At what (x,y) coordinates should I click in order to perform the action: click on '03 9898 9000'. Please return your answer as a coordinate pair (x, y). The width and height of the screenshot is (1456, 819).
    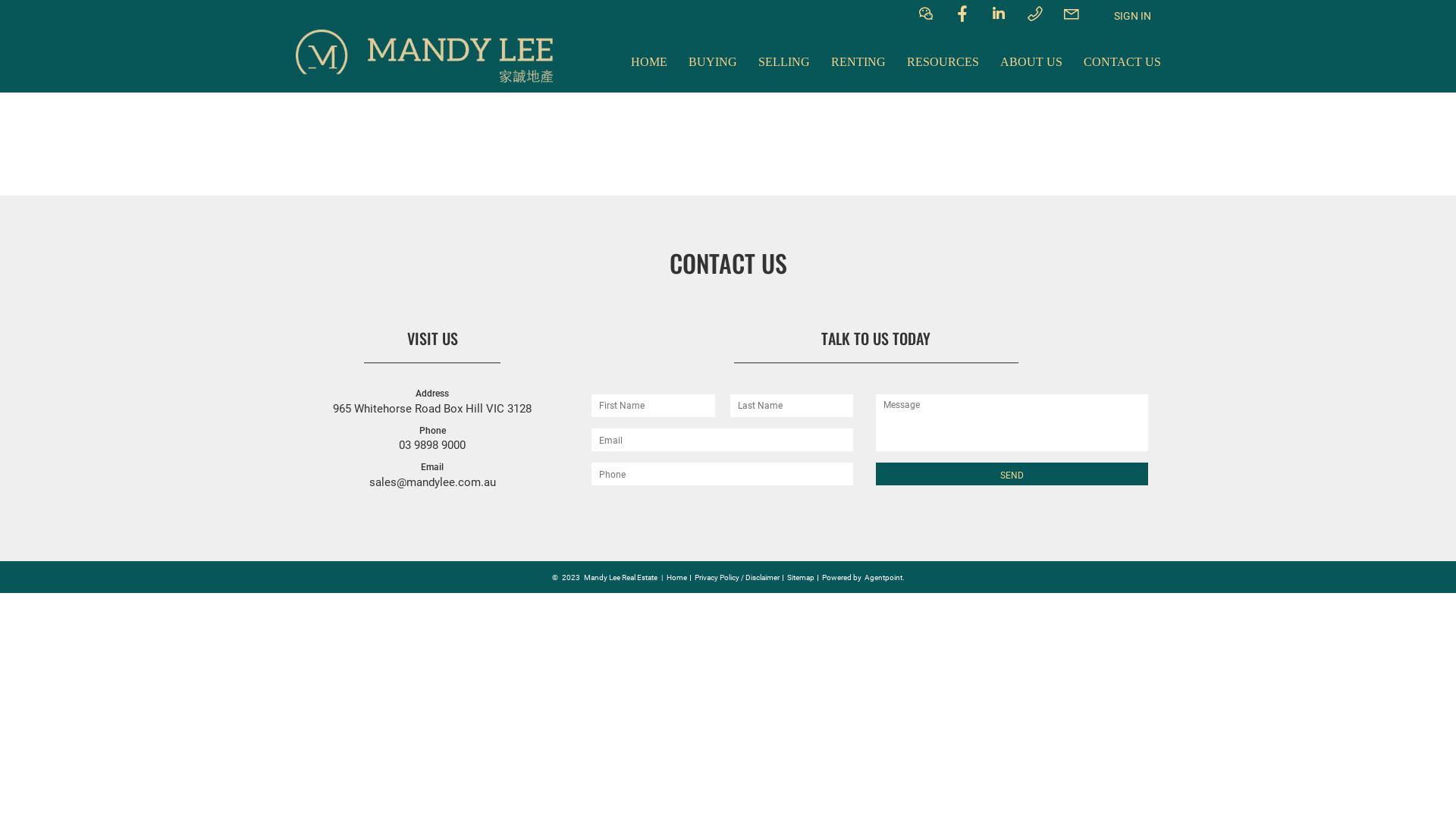
    Looking at the image, I should click on (399, 444).